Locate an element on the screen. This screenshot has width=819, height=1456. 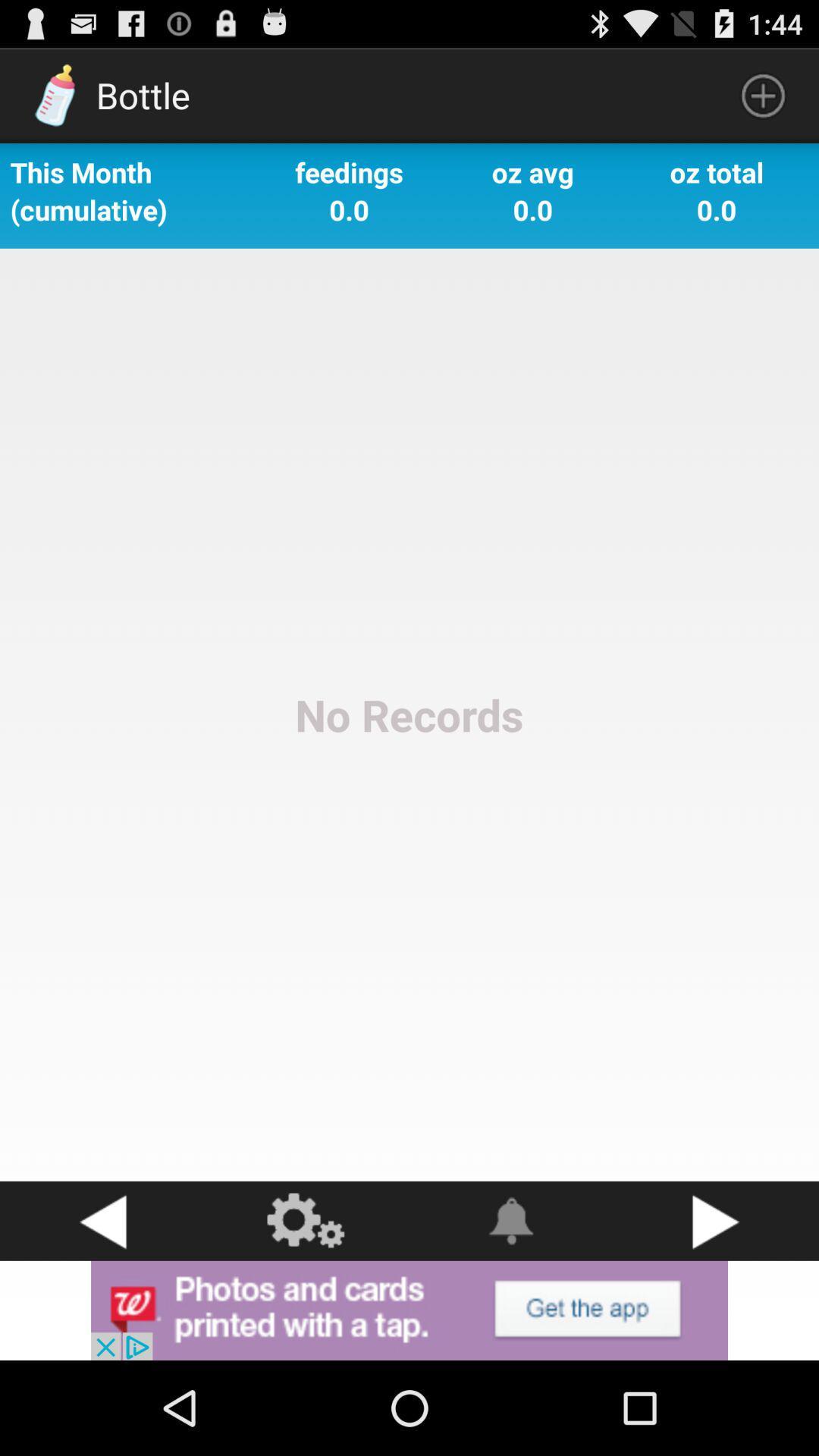
forward is located at coordinates (717, 1221).